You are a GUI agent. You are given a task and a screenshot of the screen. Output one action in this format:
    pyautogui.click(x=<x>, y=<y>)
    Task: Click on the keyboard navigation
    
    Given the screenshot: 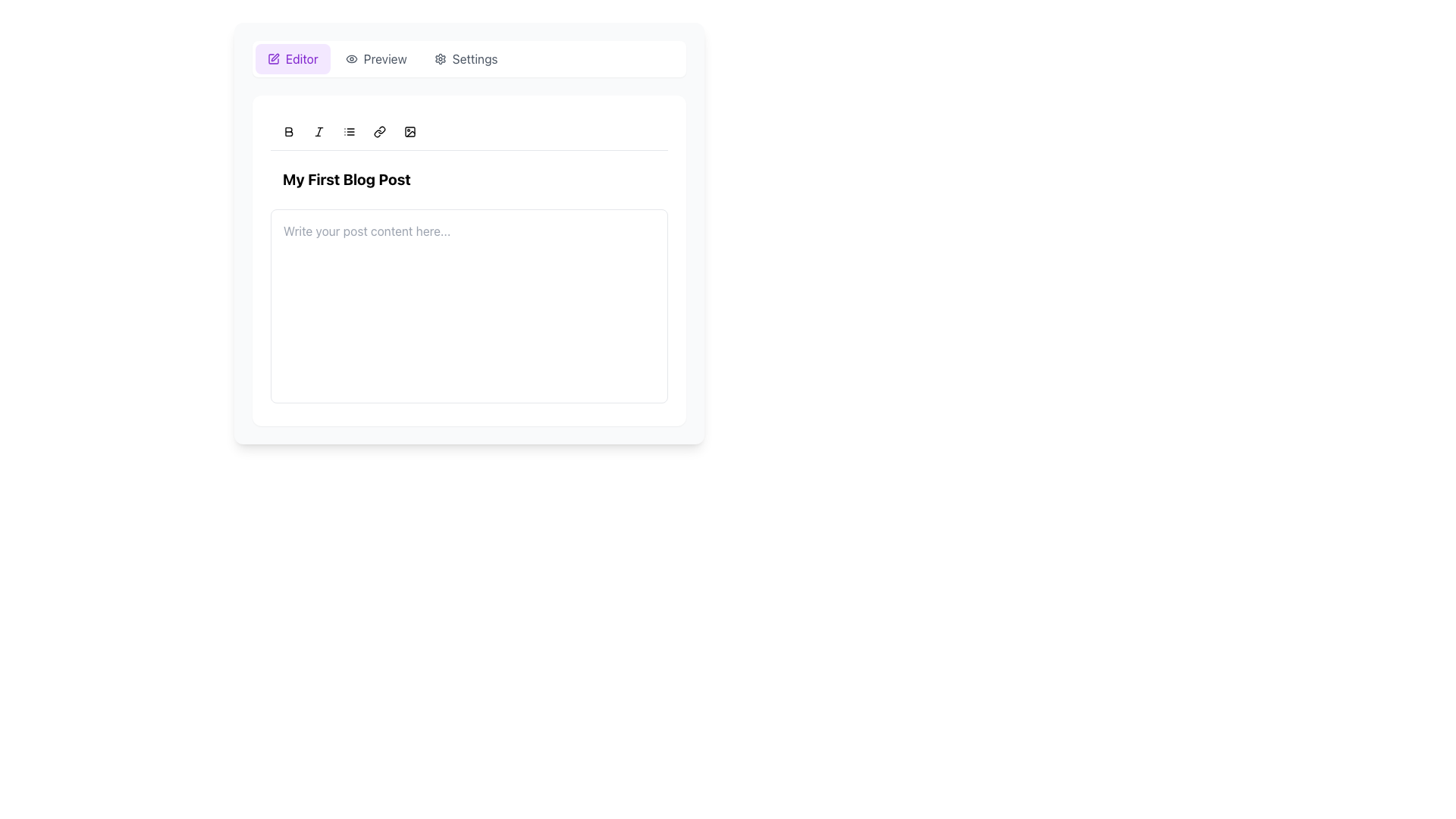 What is the action you would take?
    pyautogui.click(x=288, y=130)
    